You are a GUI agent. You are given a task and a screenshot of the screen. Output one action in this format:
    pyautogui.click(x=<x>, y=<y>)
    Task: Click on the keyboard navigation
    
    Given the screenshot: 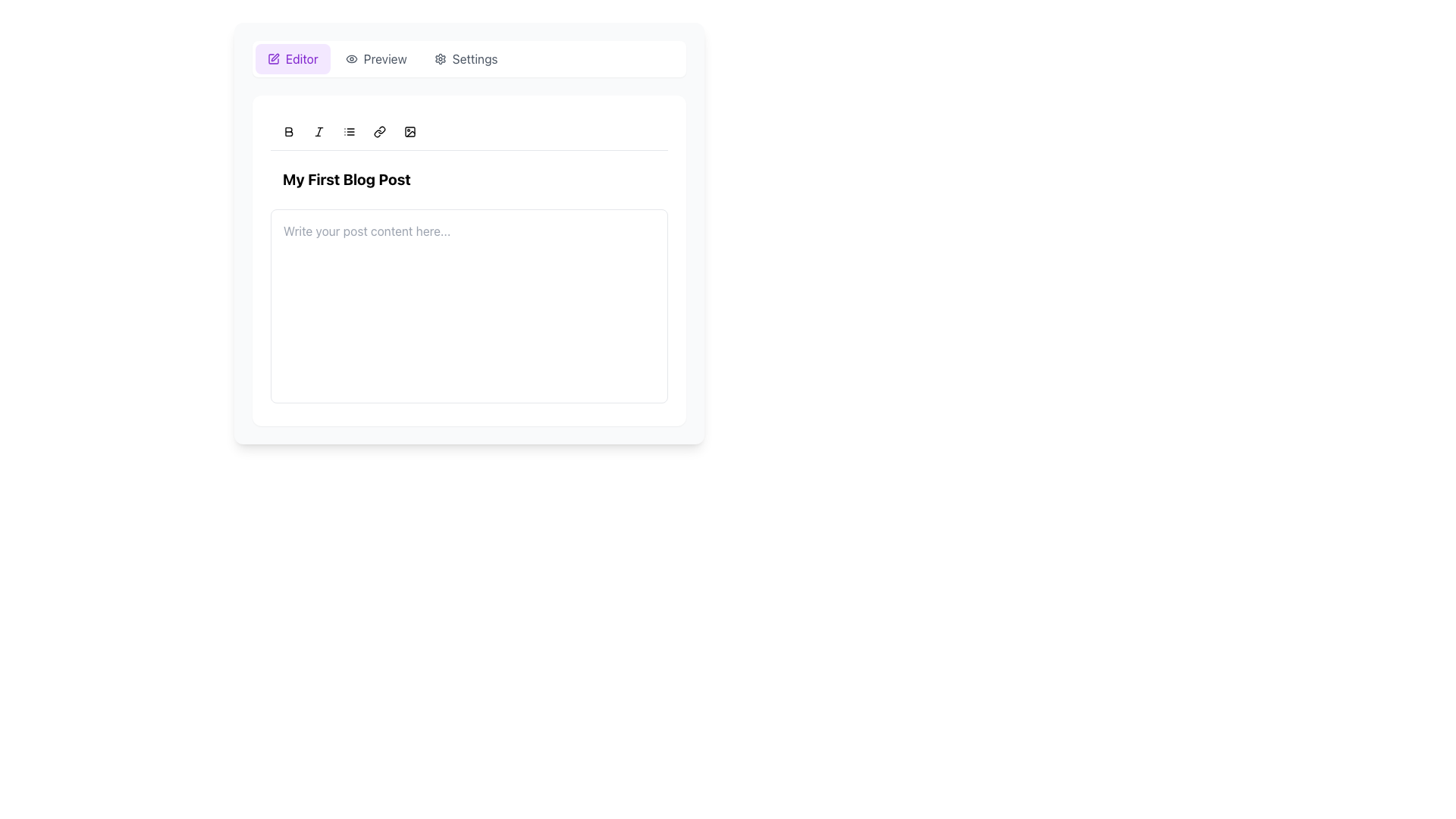 What is the action you would take?
    pyautogui.click(x=288, y=130)
    